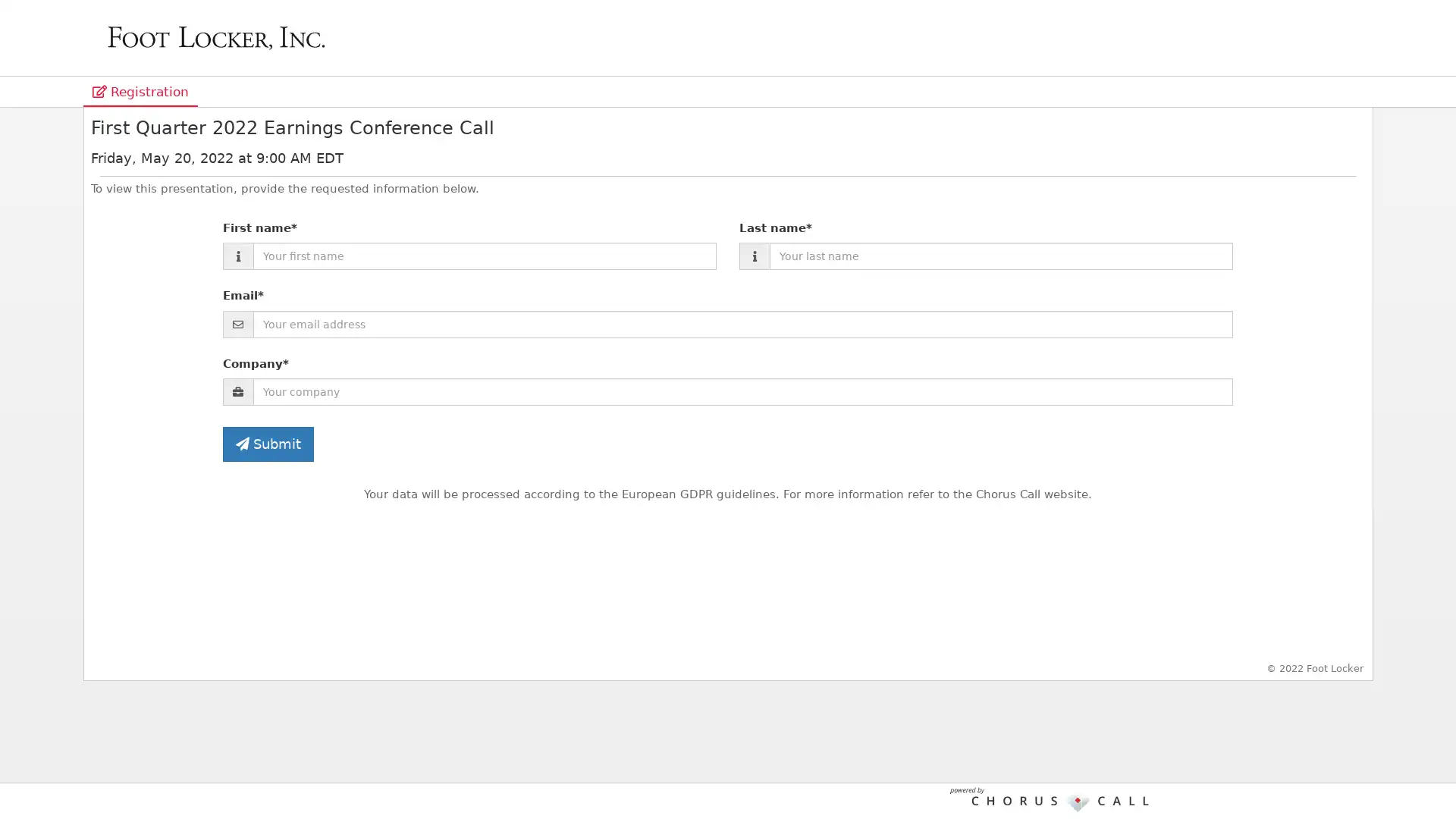 The width and height of the screenshot is (1456, 819). Describe the element at coordinates (268, 444) in the screenshot. I see `Submit` at that location.